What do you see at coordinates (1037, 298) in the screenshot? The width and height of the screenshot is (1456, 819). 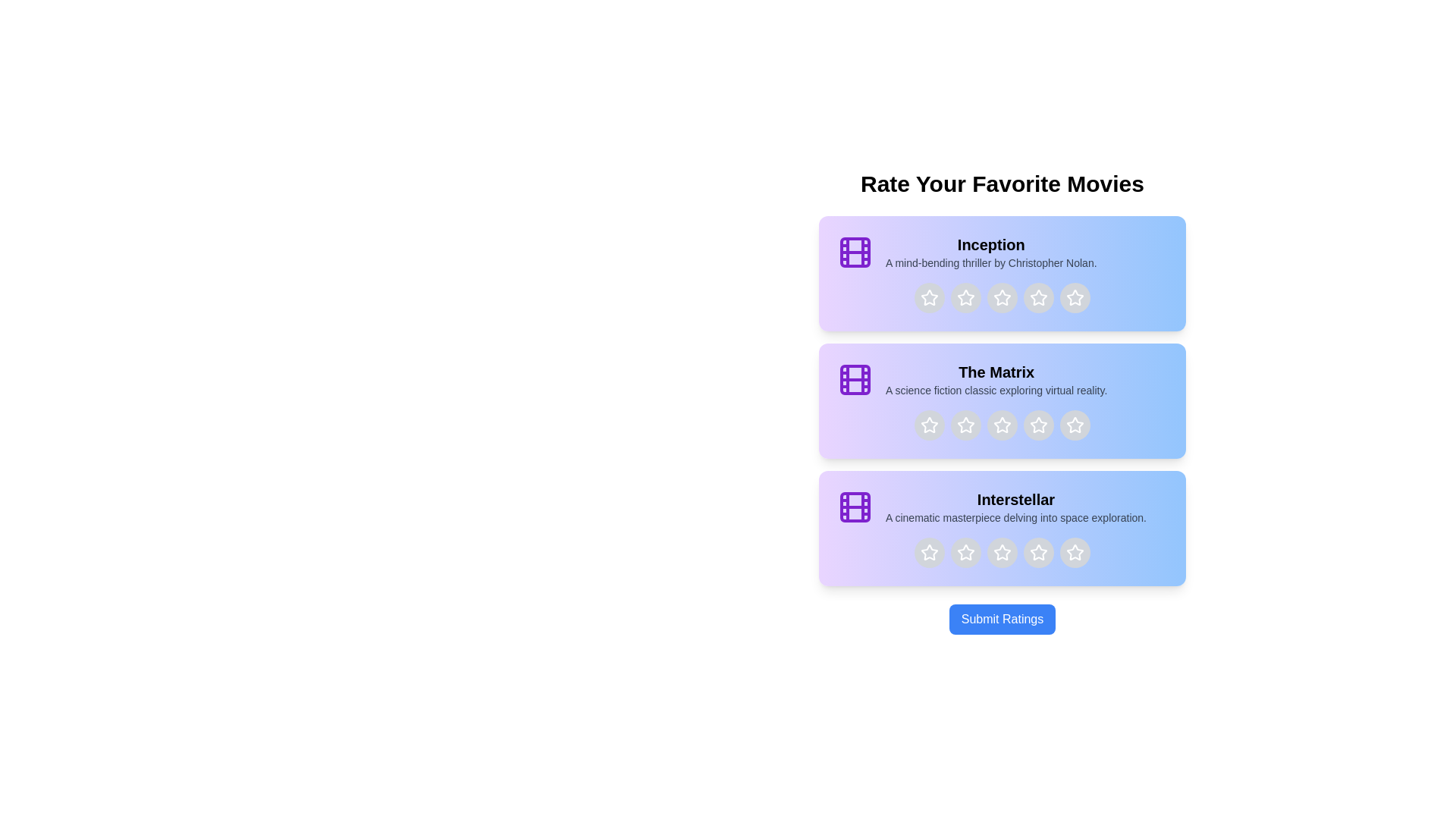 I see `the star corresponding to 4 stars for the movie titled Inception` at bounding box center [1037, 298].